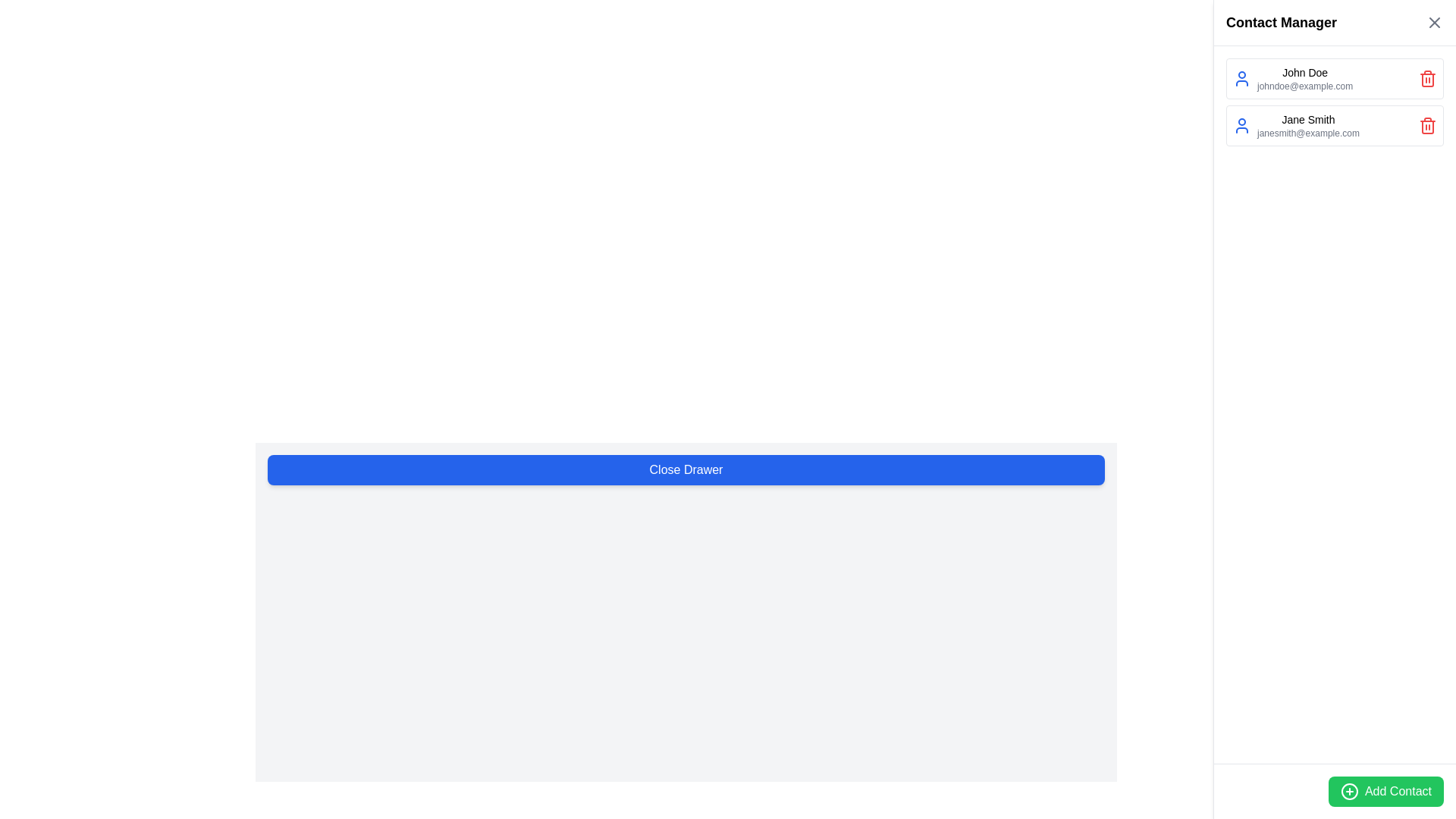 This screenshot has height=819, width=1456. I want to click on the text block displaying 'John Doe' and 'johndoe@example.com', so click(1292, 79).